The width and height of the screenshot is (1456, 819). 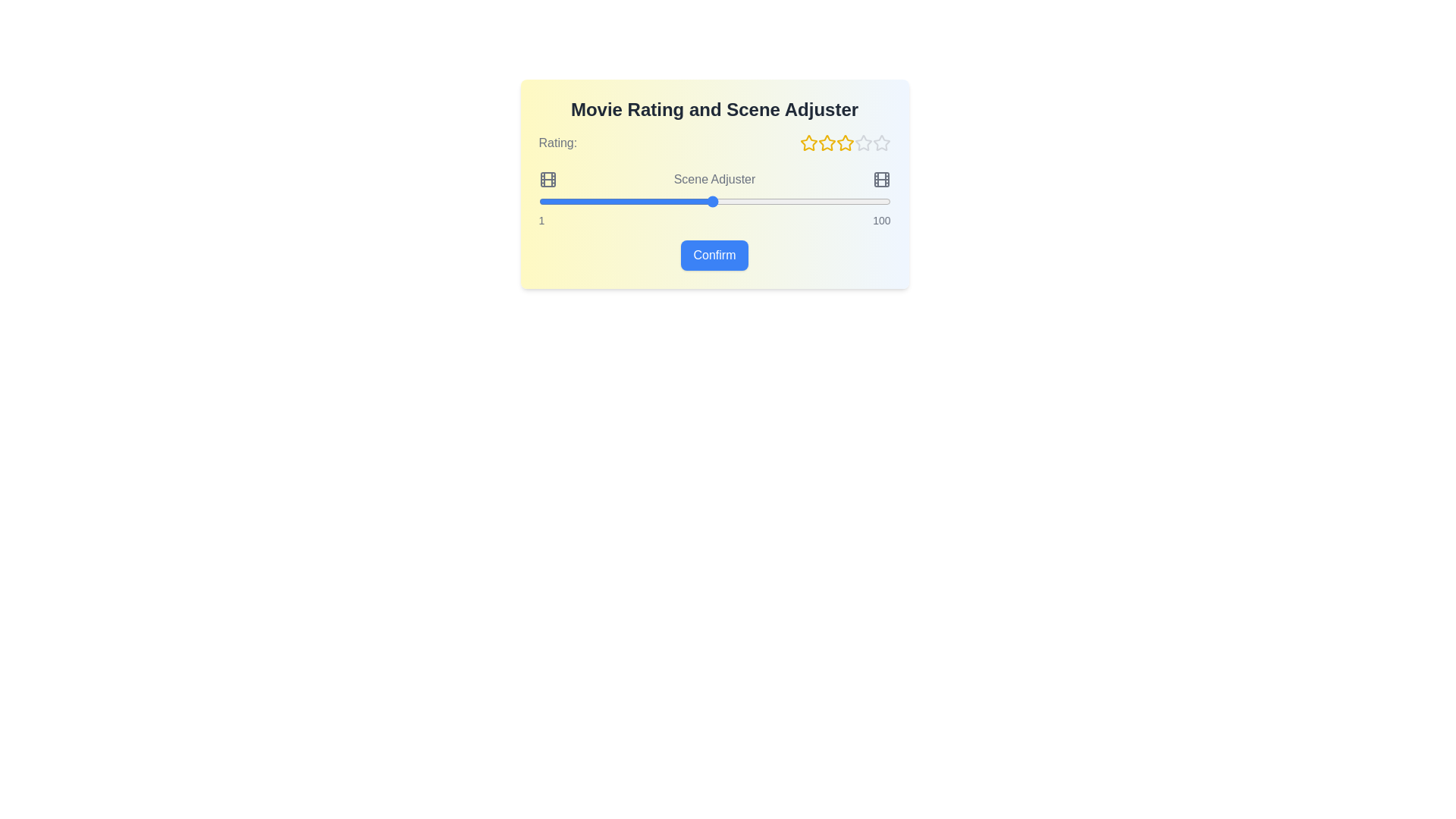 What do you see at coordinates (762, 201) in the screenshot?
I see `the scene slider to 64` at bounding box center [762, 201].